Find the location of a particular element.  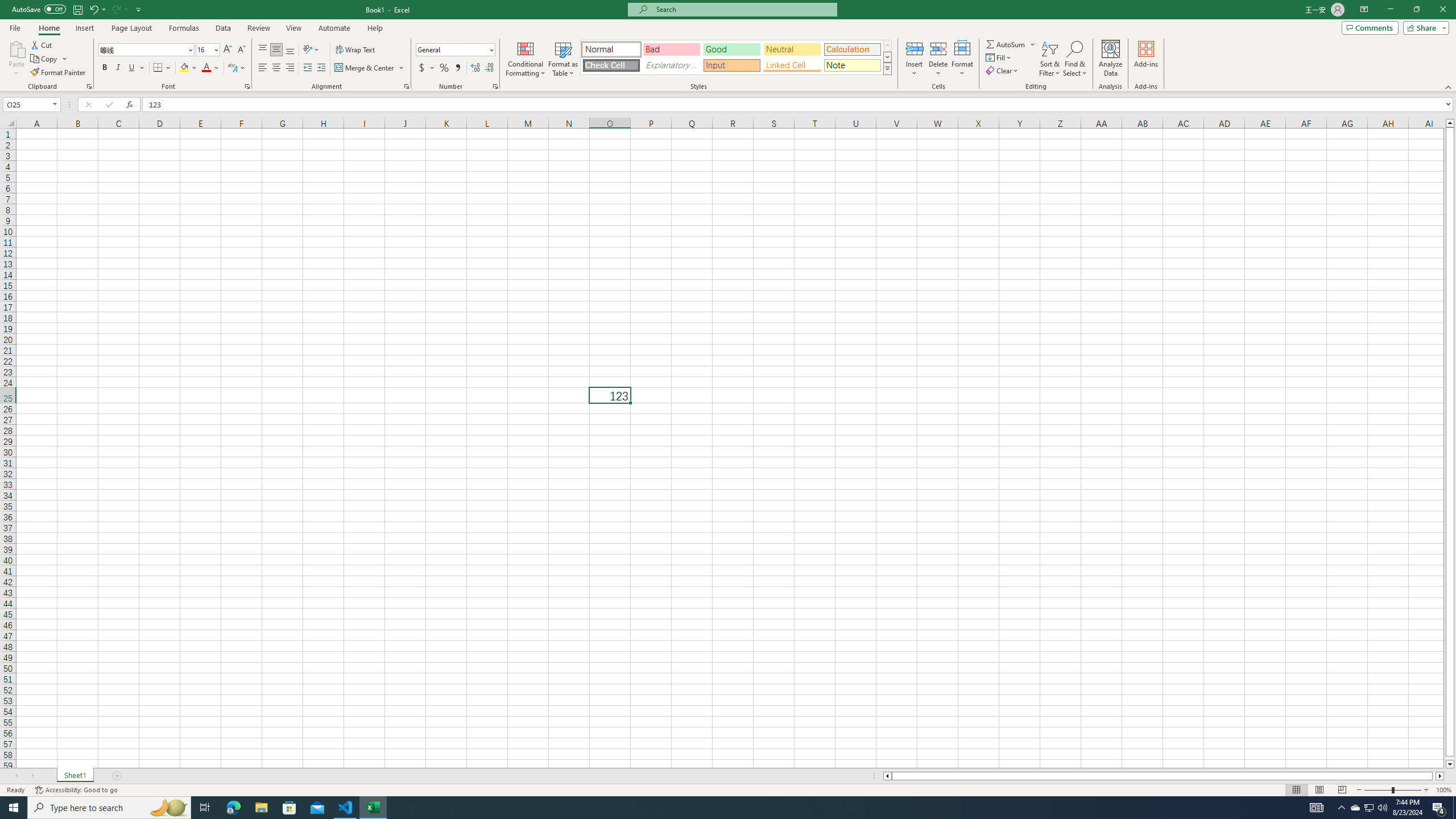

'Orientation' is located at coordinates (311, 49).